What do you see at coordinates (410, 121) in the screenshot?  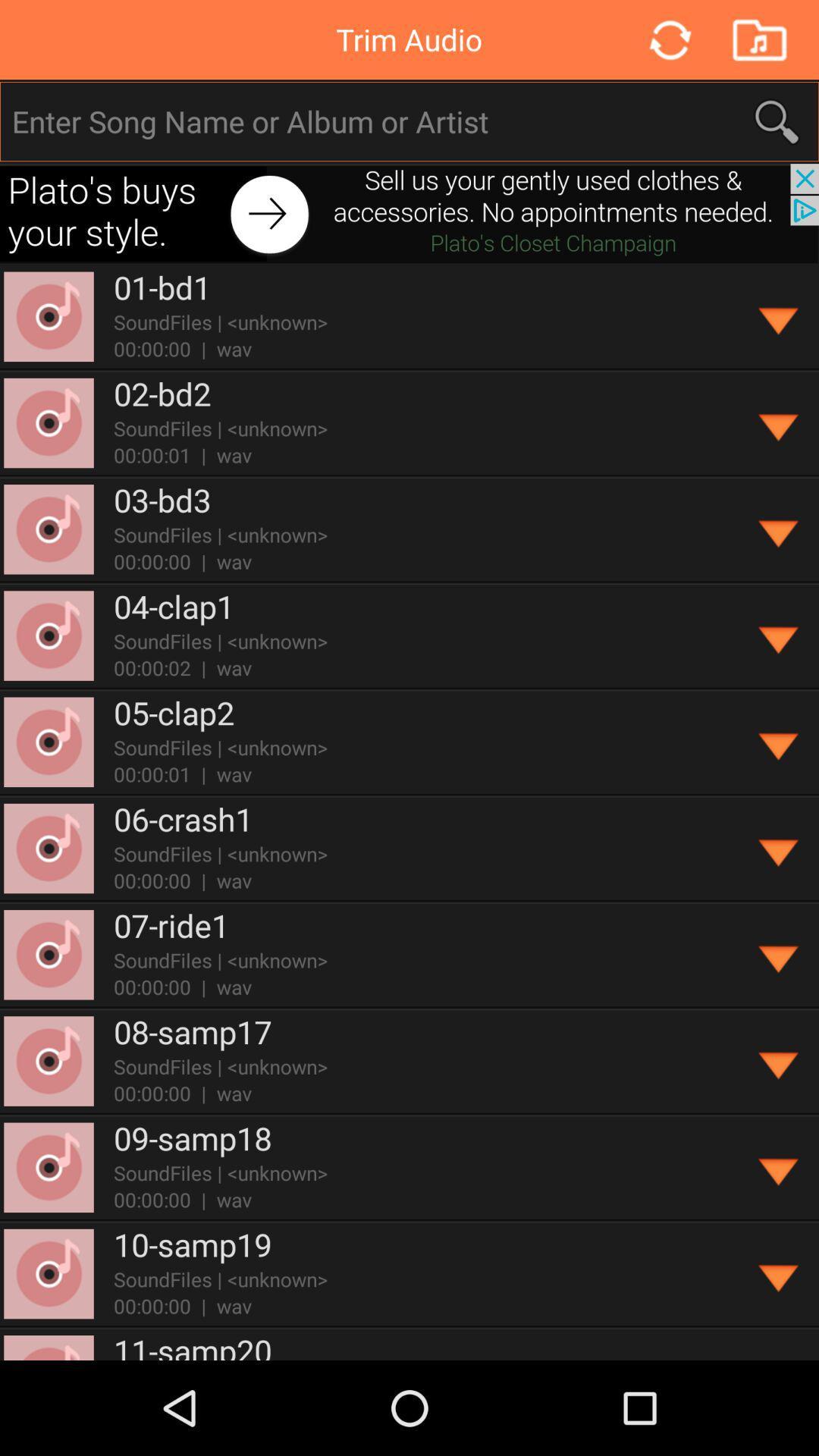 I see `search` at bounding box center [410, 121].